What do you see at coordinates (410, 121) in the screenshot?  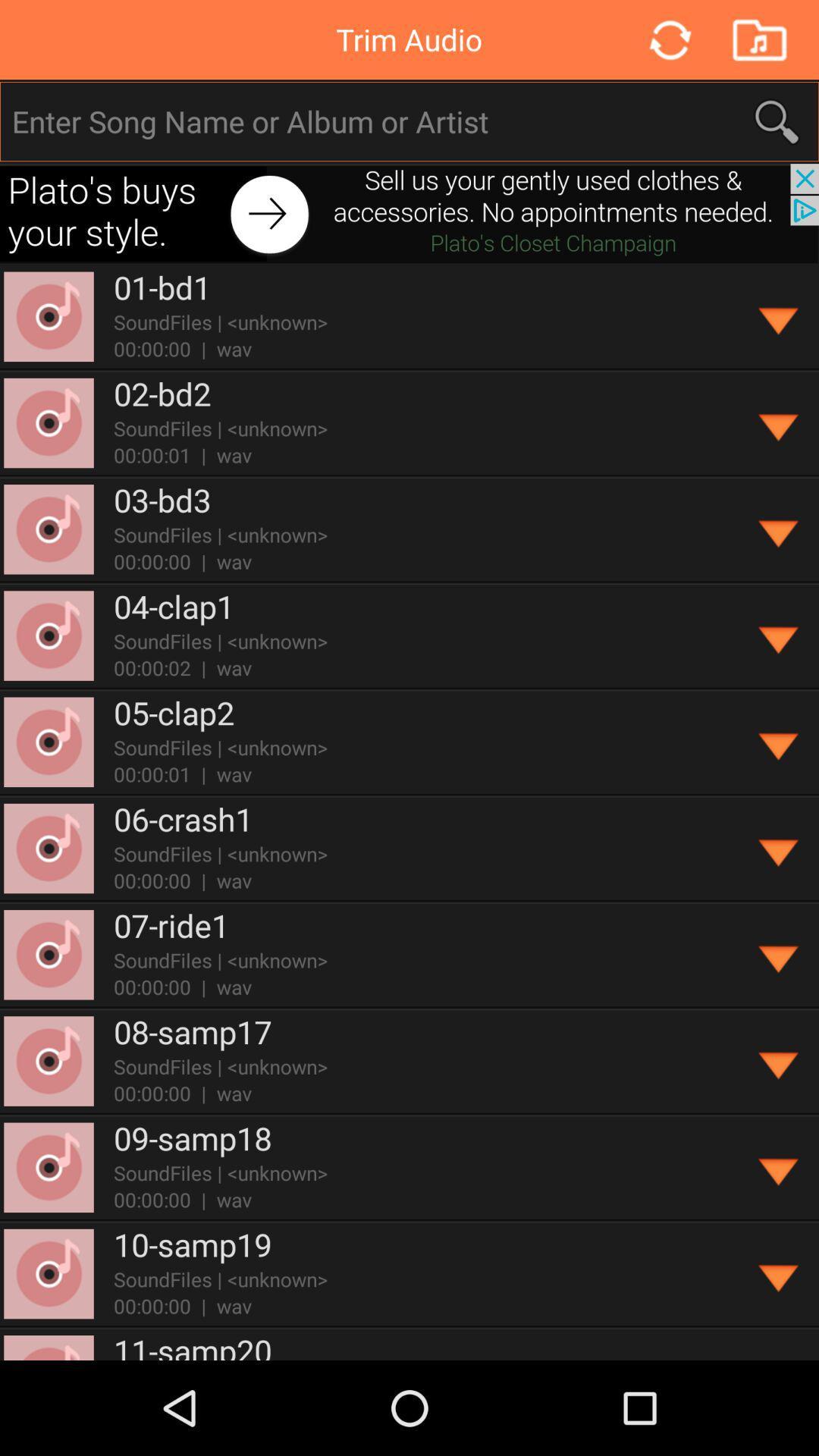 I see `search` at bounding box center [410, 121].